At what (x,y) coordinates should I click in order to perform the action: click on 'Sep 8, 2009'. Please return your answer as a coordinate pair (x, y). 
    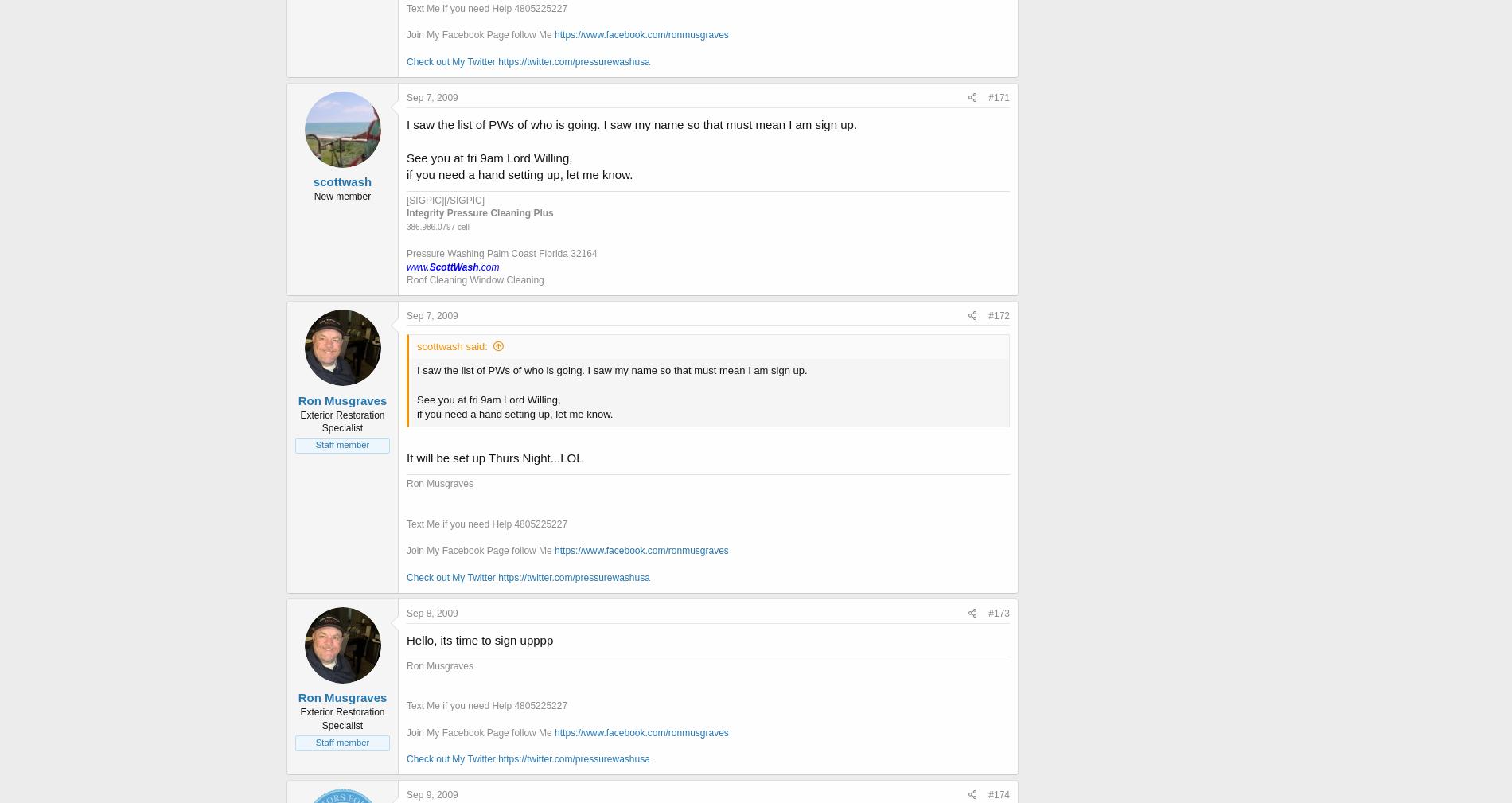
    Looking at the image, I should click on (432, 612).